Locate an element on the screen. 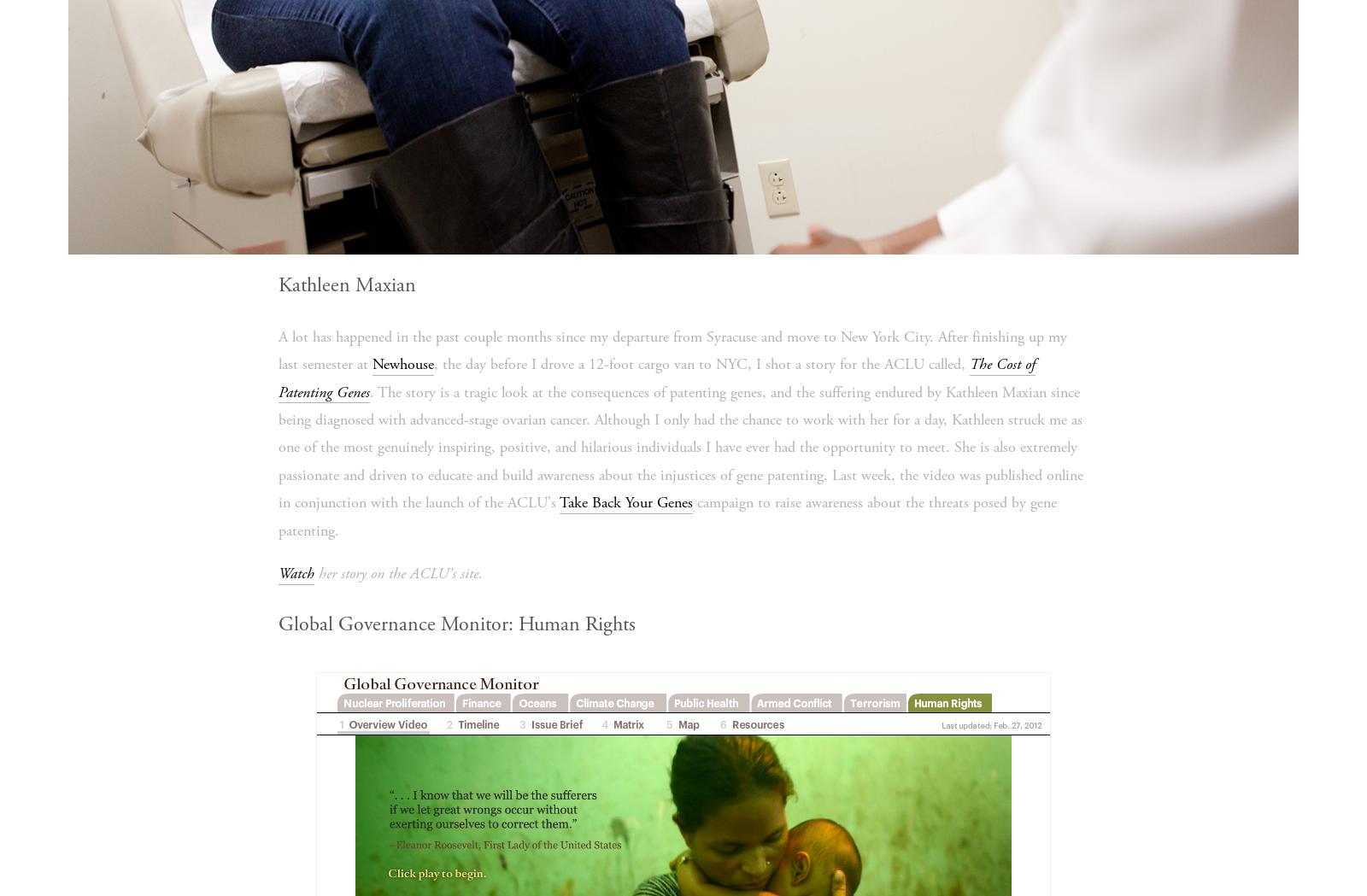 The height and width of the screenshot is (896, 1367). ', the day before I drove a 12-foot cargo van to NYC, I shot a story for the ACLU called,' is located at coordinates (432, 363).